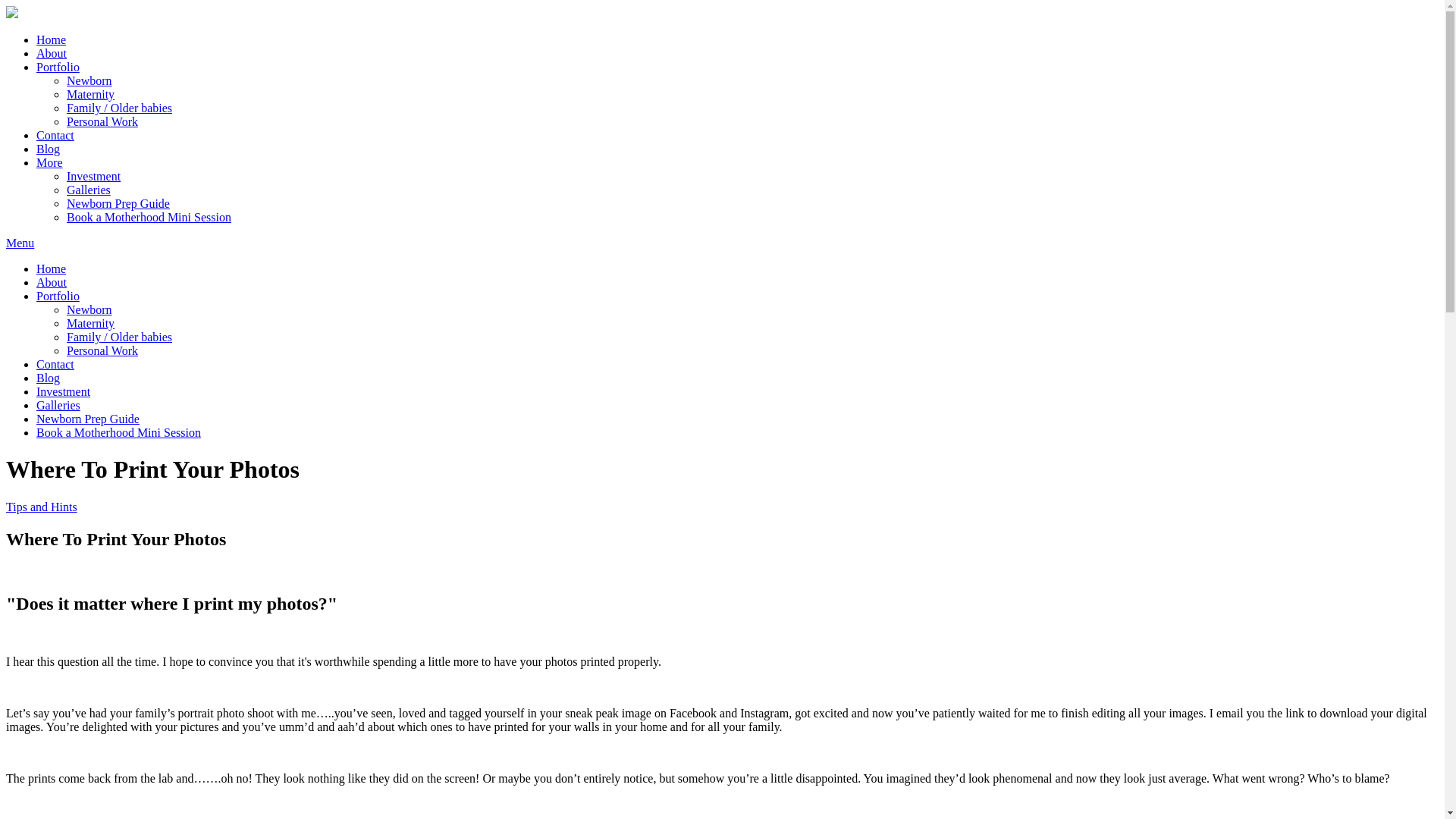 Image resolution: width=1456 pixels, height=819 pixels. Describe the element at coordinates (62, 391) in the screenshot. I see `'Investment'` at that location.